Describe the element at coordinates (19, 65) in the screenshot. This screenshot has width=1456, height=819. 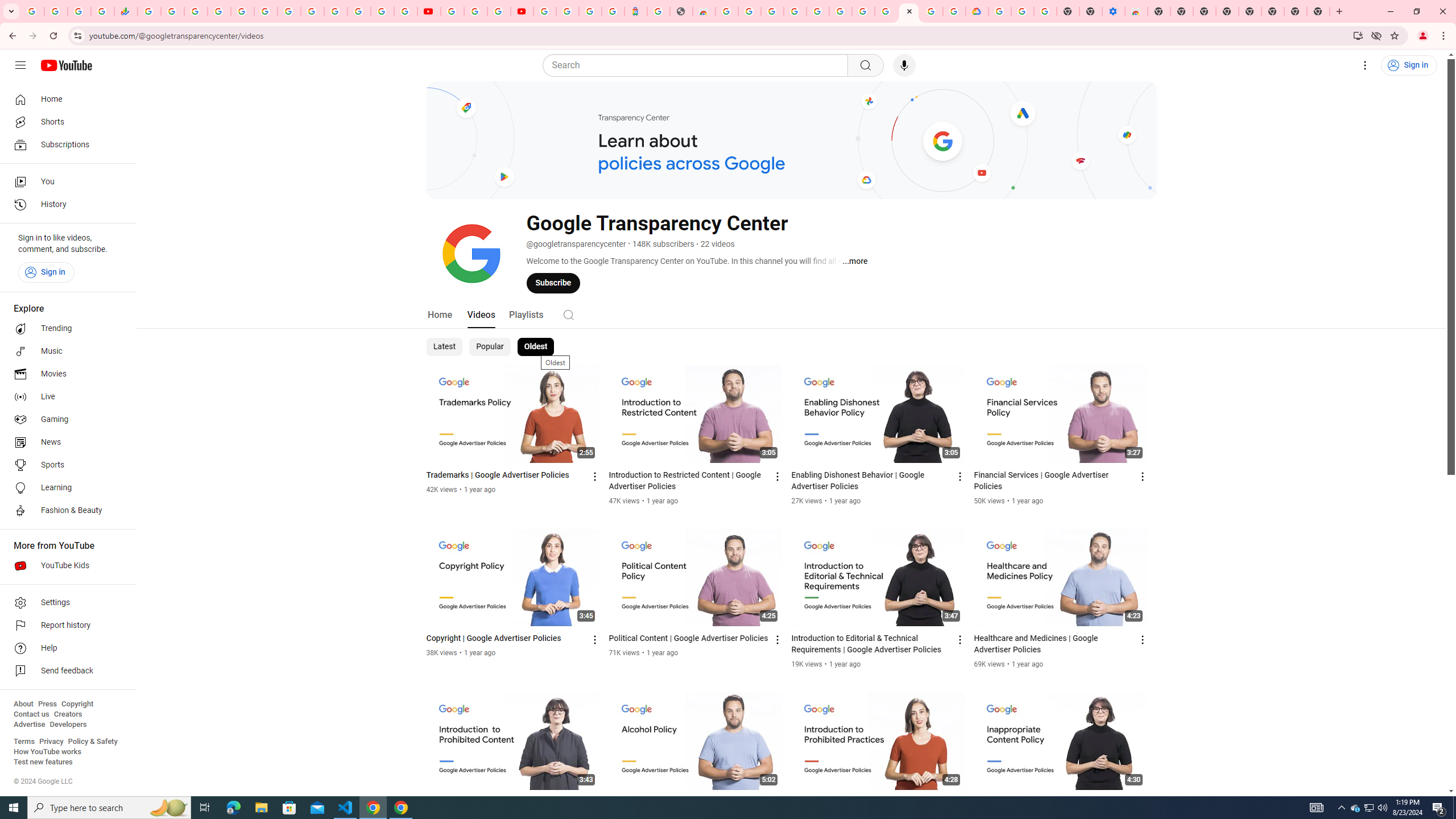
I see `'Guide'` at that location.